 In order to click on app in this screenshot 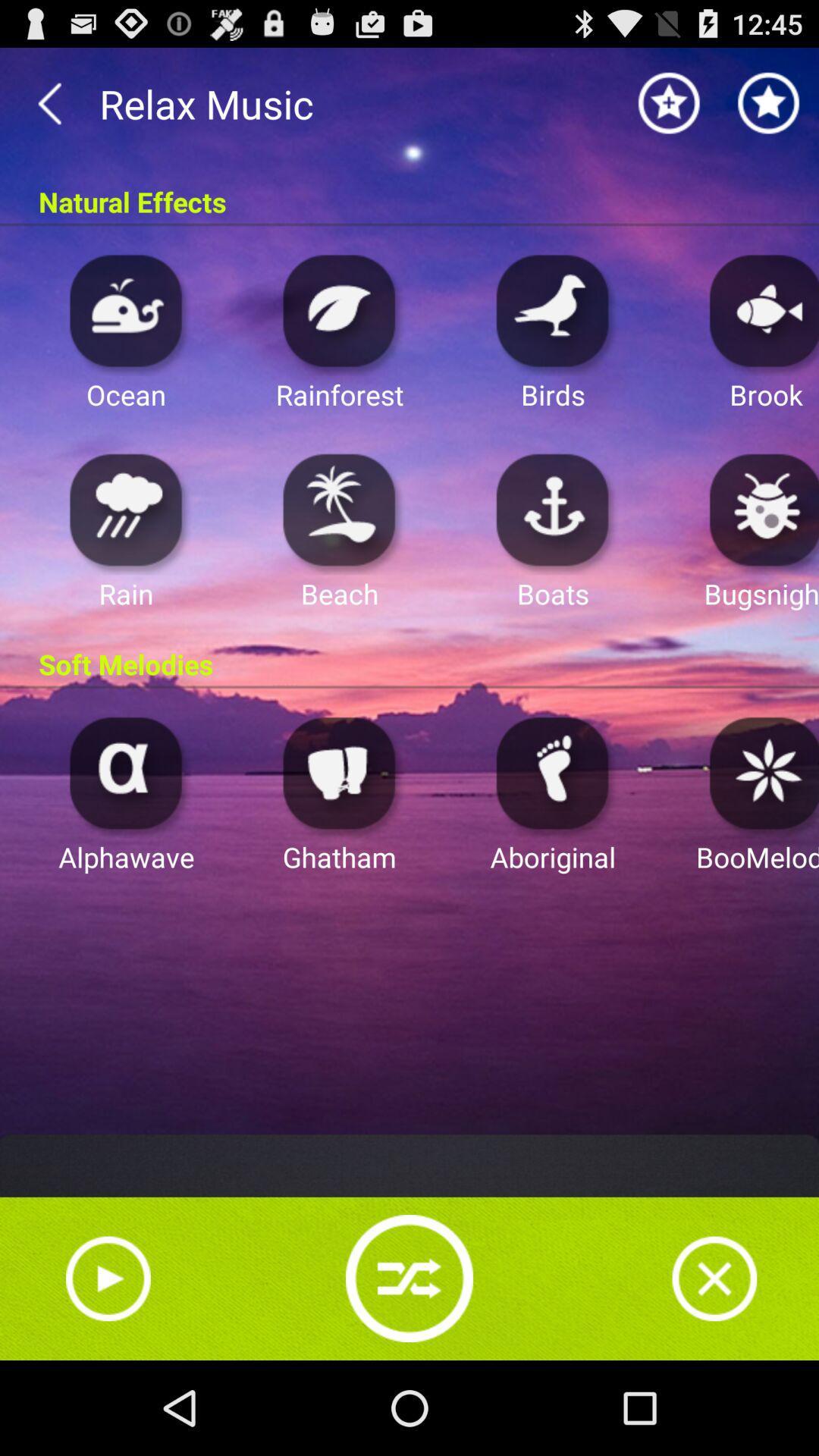, I will do `click(760, 509)`.